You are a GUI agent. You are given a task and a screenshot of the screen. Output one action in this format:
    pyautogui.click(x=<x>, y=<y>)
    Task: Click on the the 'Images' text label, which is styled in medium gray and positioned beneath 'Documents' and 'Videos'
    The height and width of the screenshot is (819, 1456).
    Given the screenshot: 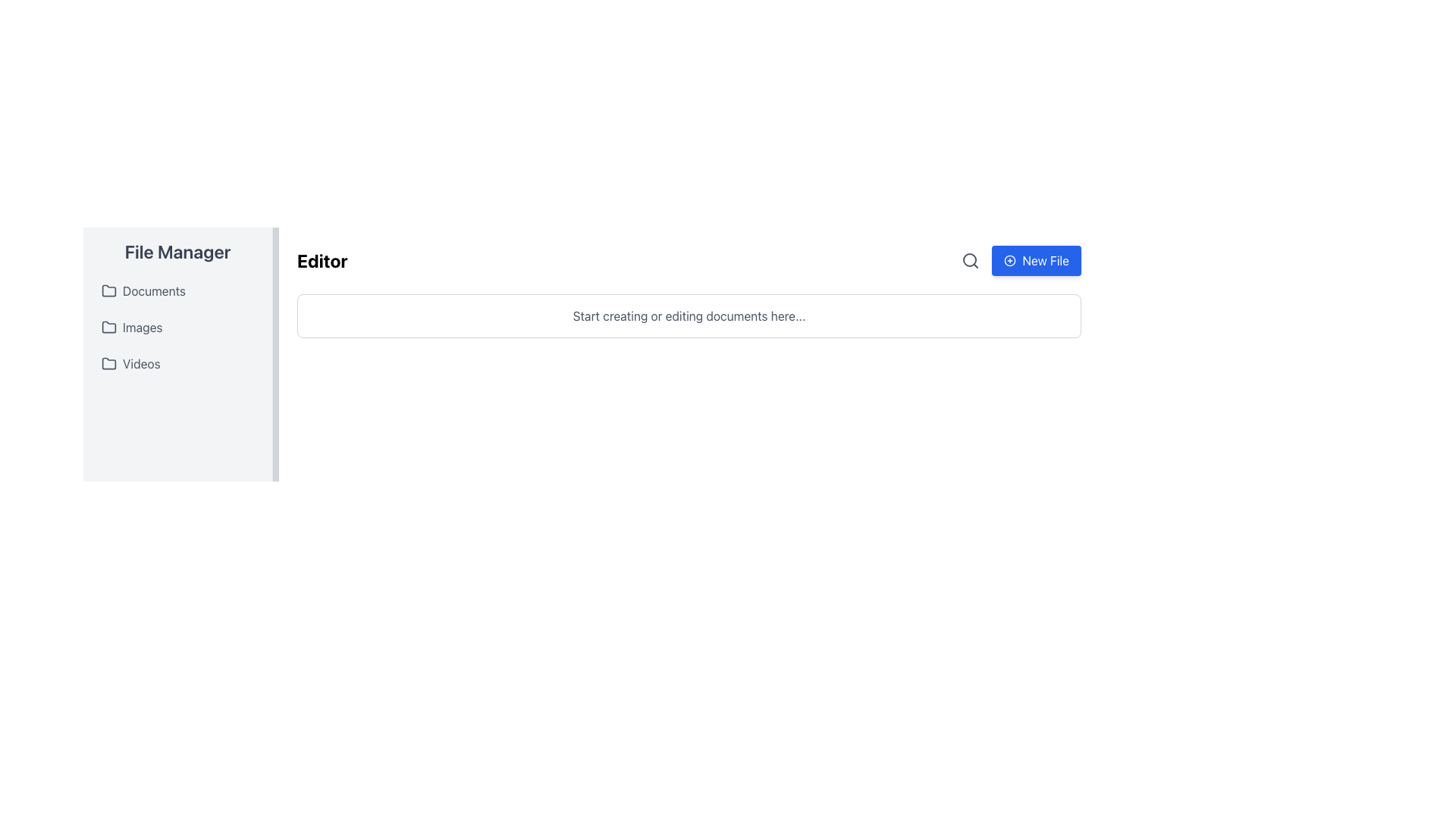 What is the action you would take?
    pyautogui.click(x=143, y=327)
    